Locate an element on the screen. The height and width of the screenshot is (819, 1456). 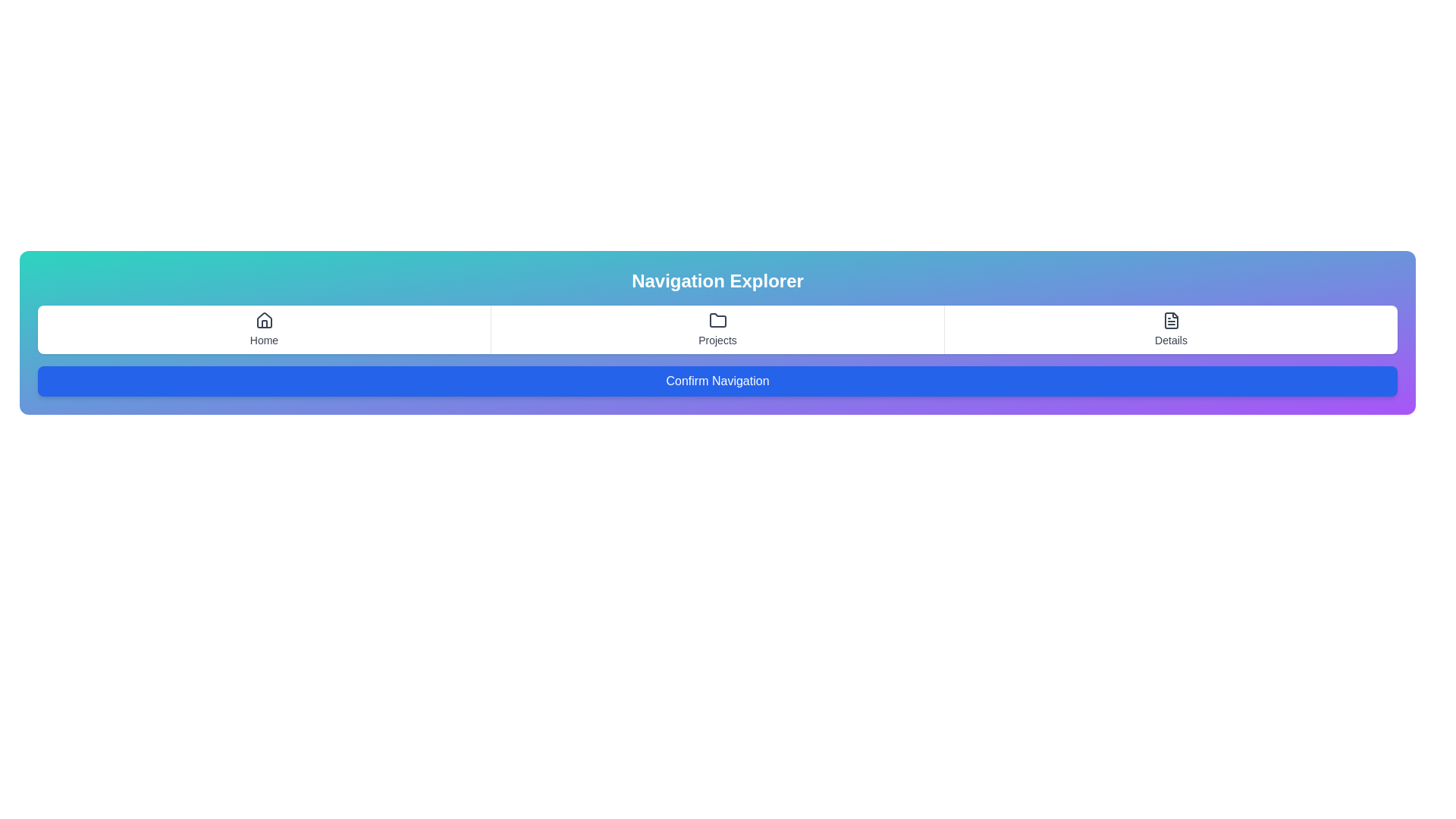
the dark gray house icon located above the 'Home' text label in the navigation bar is located at coordinates (264, 320).